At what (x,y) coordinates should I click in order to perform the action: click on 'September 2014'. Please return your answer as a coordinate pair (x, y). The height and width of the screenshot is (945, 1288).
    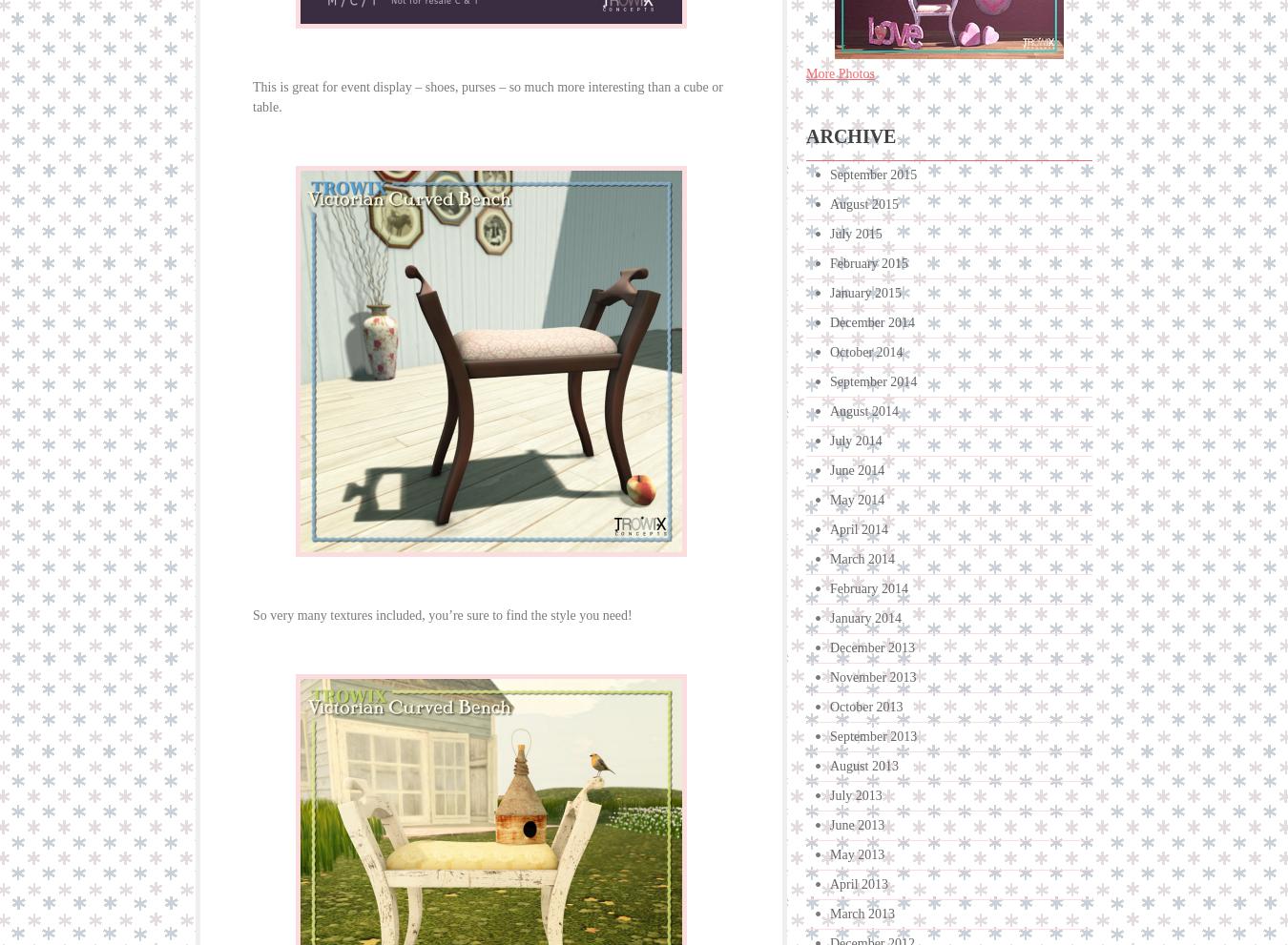
    Looking at the image, I should click on (872, 380).